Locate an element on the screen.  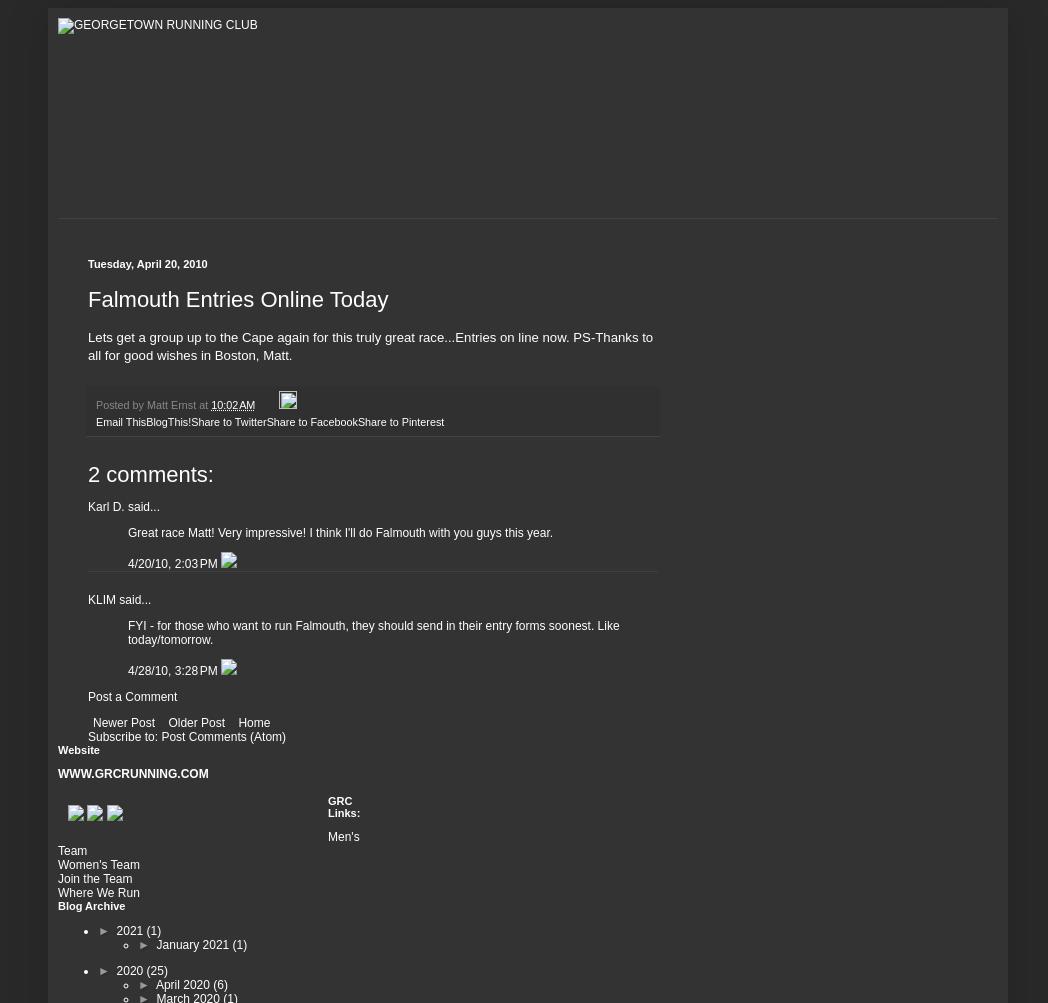
'Falmouth Entries Online Today' is located at coordinates (238, 298).